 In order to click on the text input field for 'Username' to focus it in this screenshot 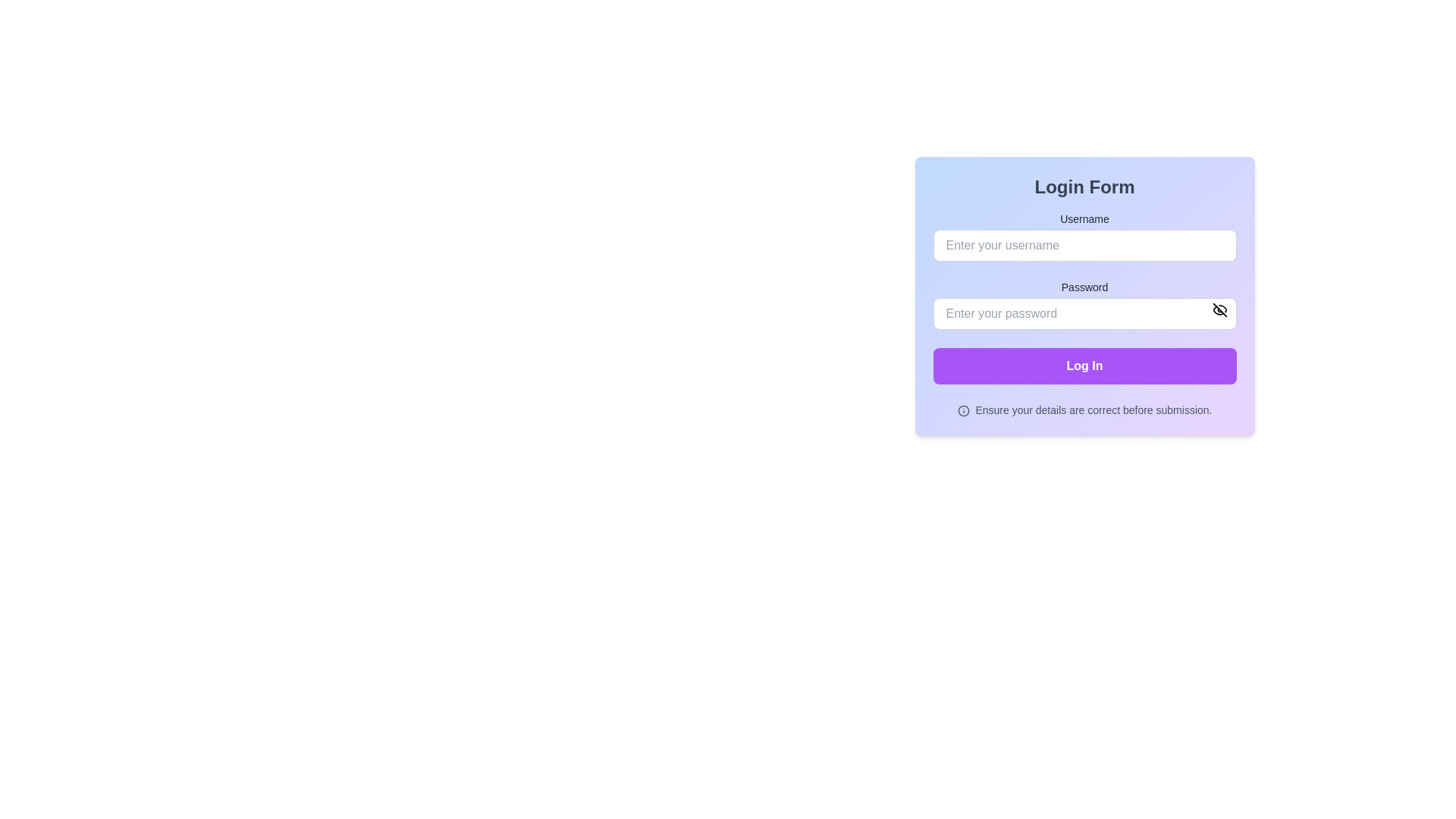, I will do `click(1084, 237)`.